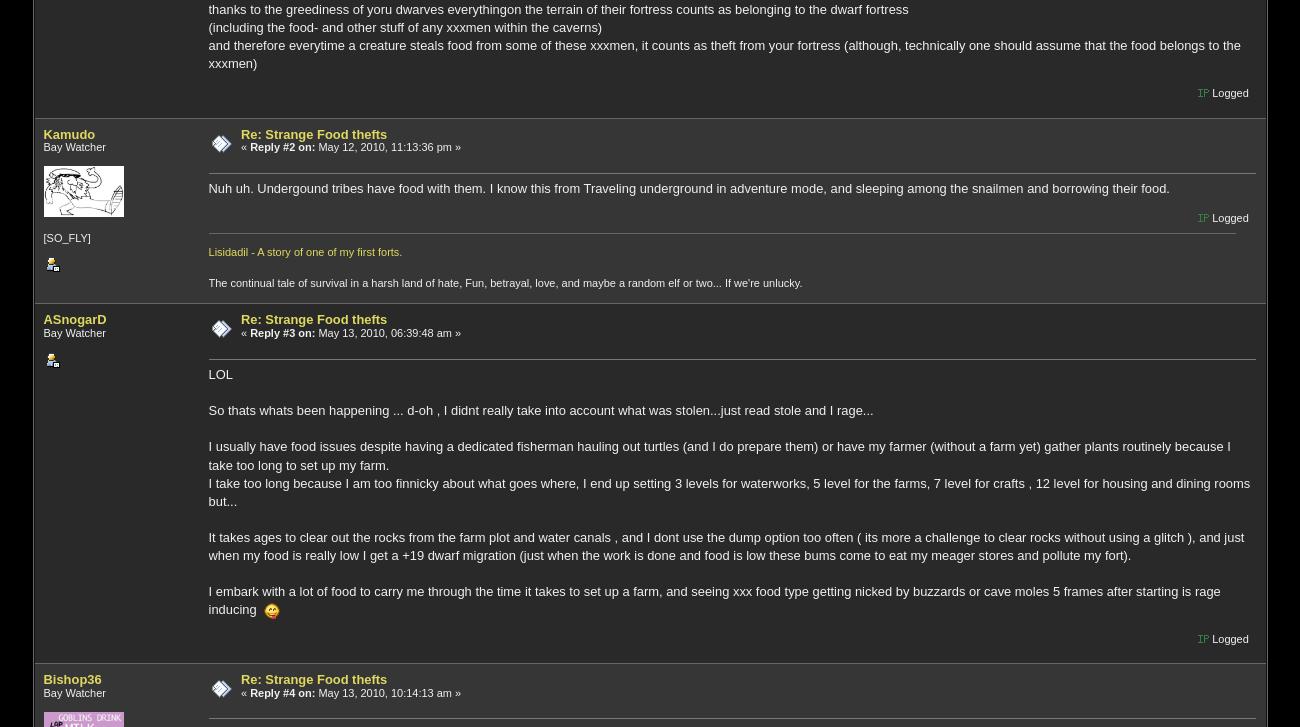  I want to click on 'May 12, 2010, 11:13:36 pm »', so click(388, 146).